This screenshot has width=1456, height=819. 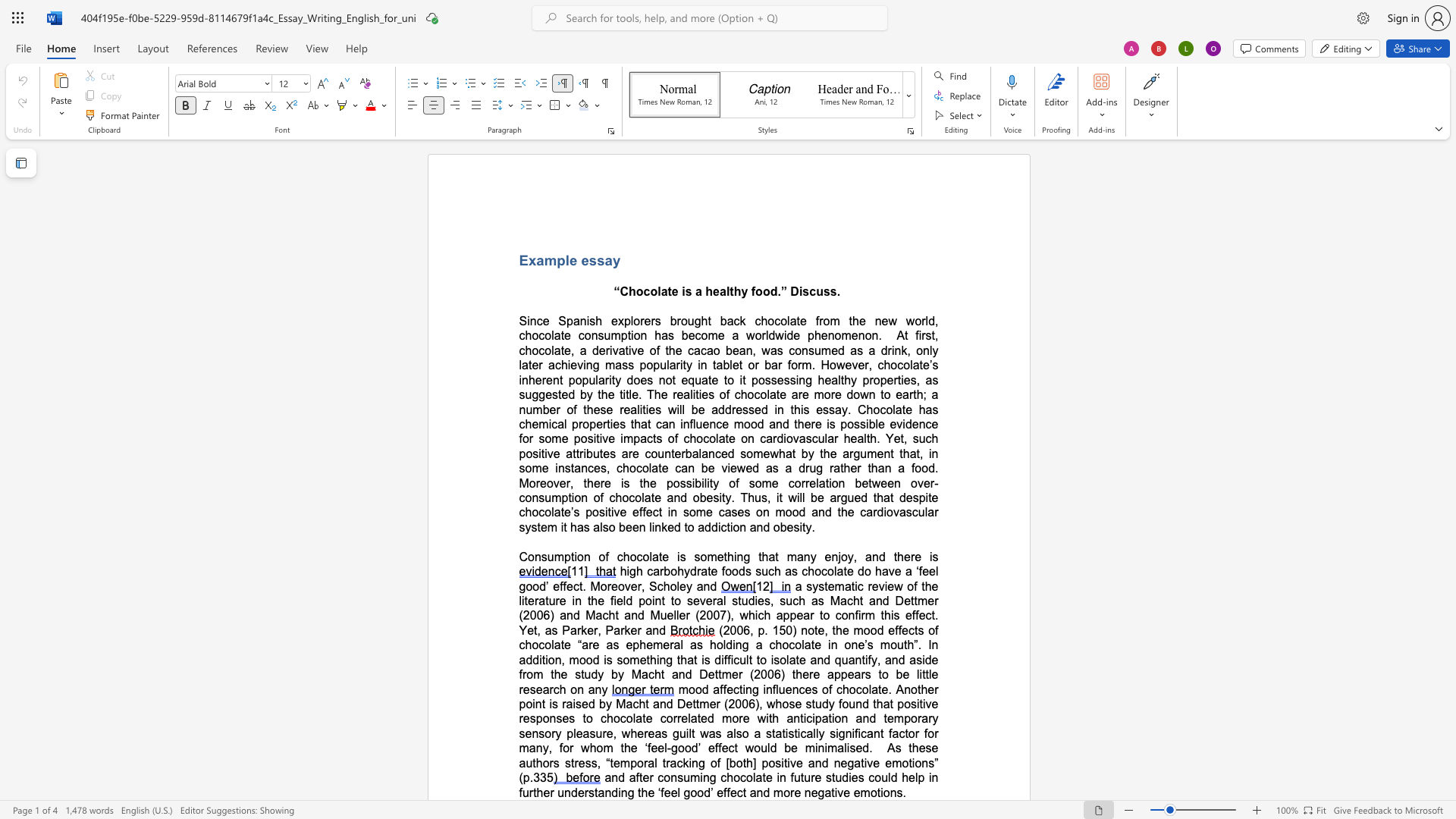 I want to click on the space between the continuous character "h" and "a" in the text, so click(x=768, y=557).